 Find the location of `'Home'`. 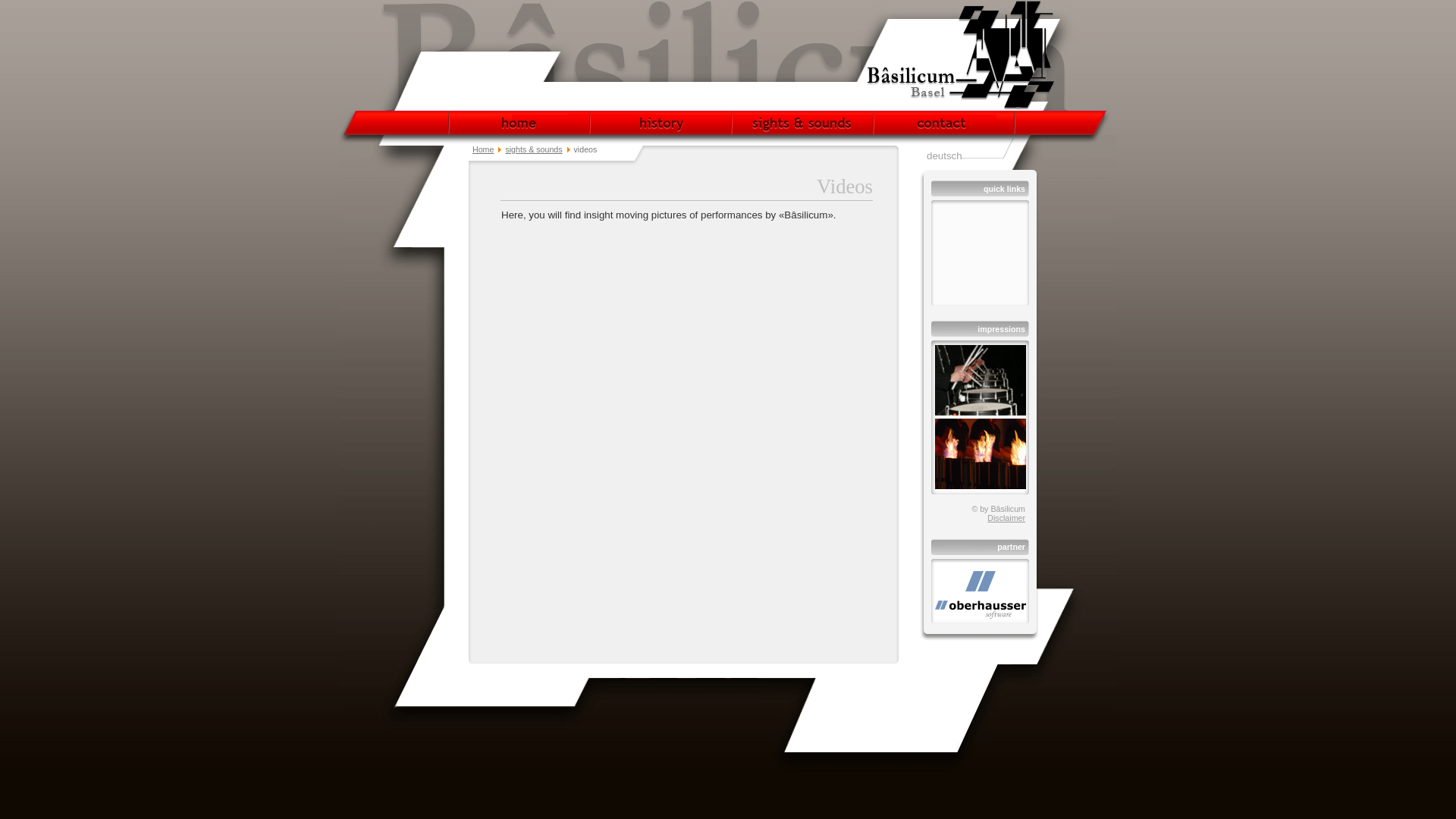

'Home' is located at coordinates (482, 149).